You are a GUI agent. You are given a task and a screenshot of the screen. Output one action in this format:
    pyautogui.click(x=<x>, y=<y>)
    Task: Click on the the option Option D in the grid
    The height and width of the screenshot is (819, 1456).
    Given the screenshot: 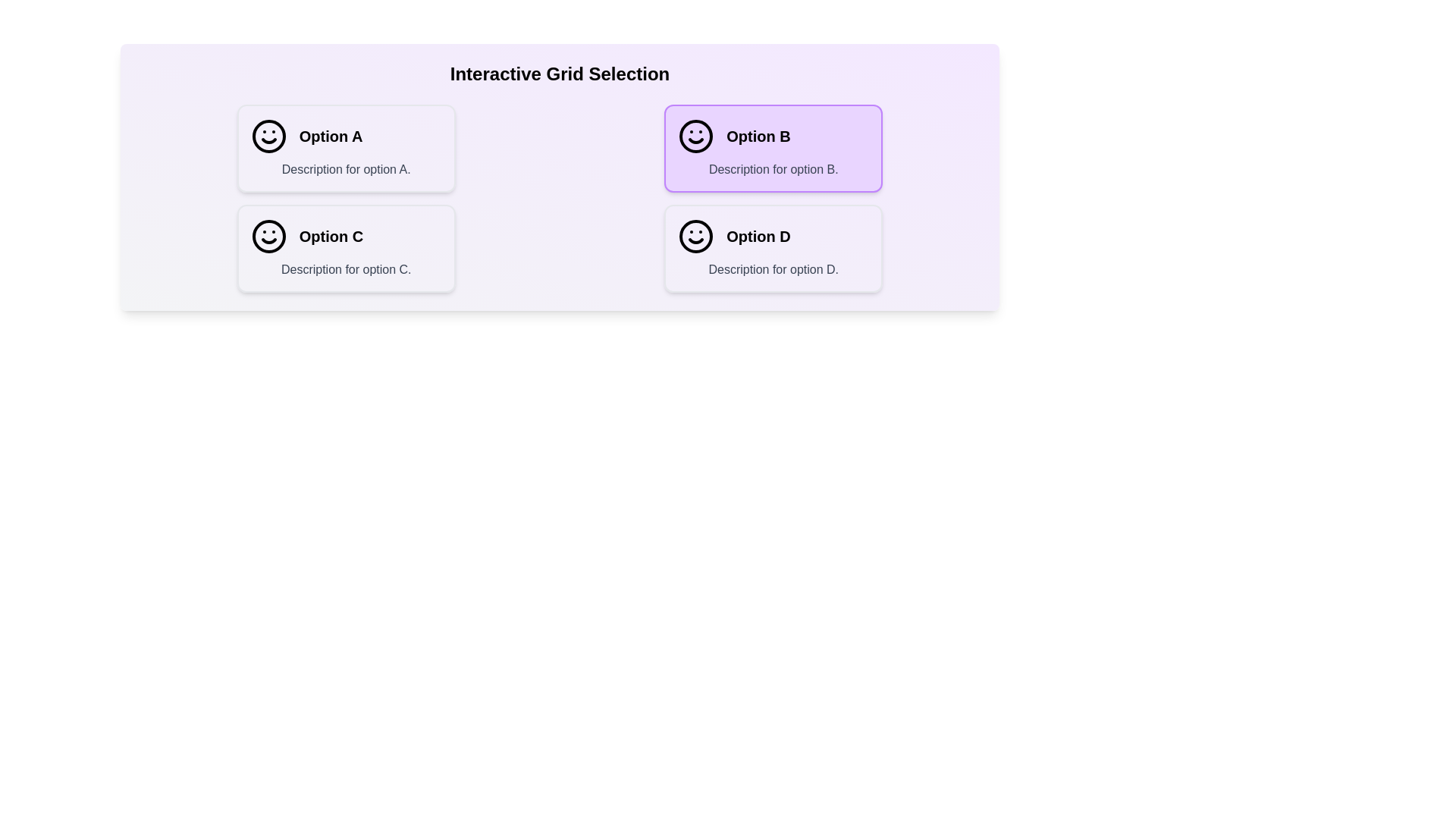 What is the action you would take?
    pyautogui.click(x=773, y=247)
    